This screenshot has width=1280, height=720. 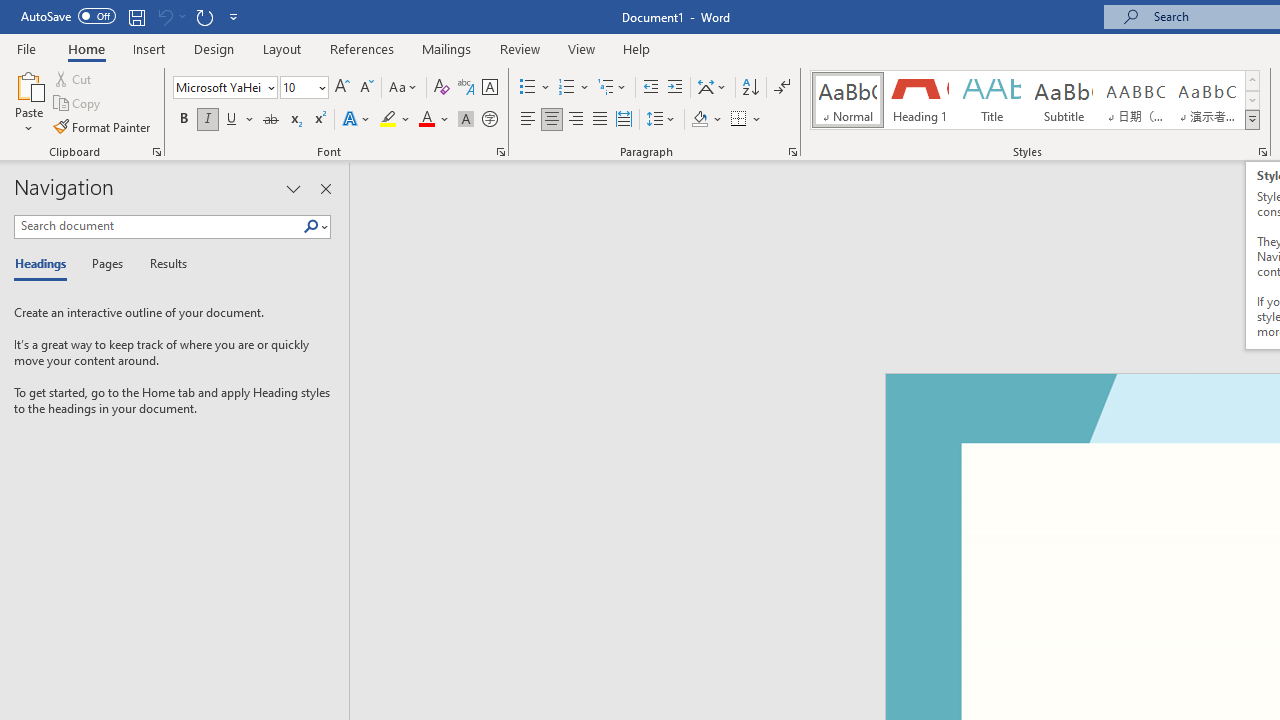 What do you see at coordinates (464, 86) in the screenshot?
I see `'Phonetic Guide...'` at bounding box center [464, 86].